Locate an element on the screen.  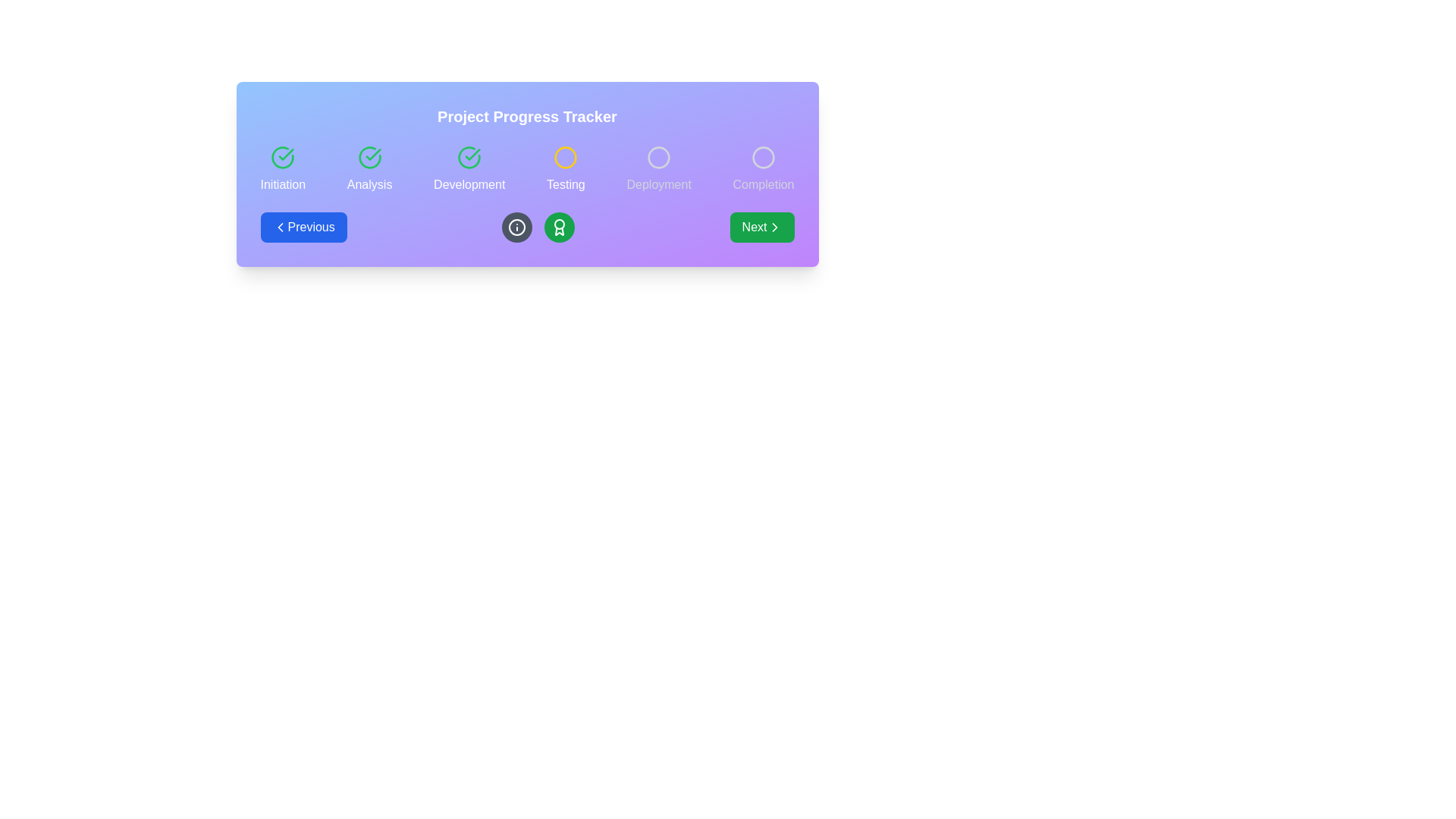
the state of the 'Analysis' icon, which signifies the completion of the Analysis phase in the progress tracker is located at coordinates (369, 158).